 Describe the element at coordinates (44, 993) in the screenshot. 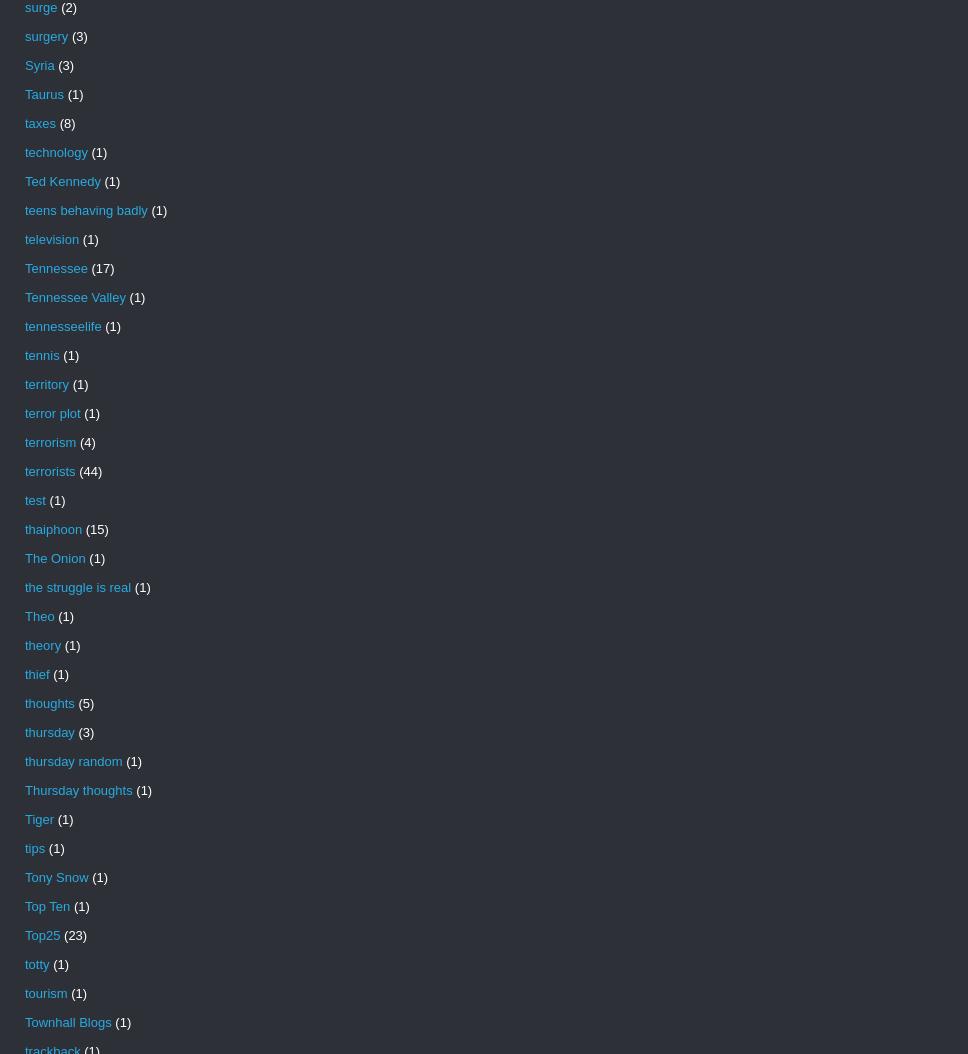

I see `'tourism'` at that location.